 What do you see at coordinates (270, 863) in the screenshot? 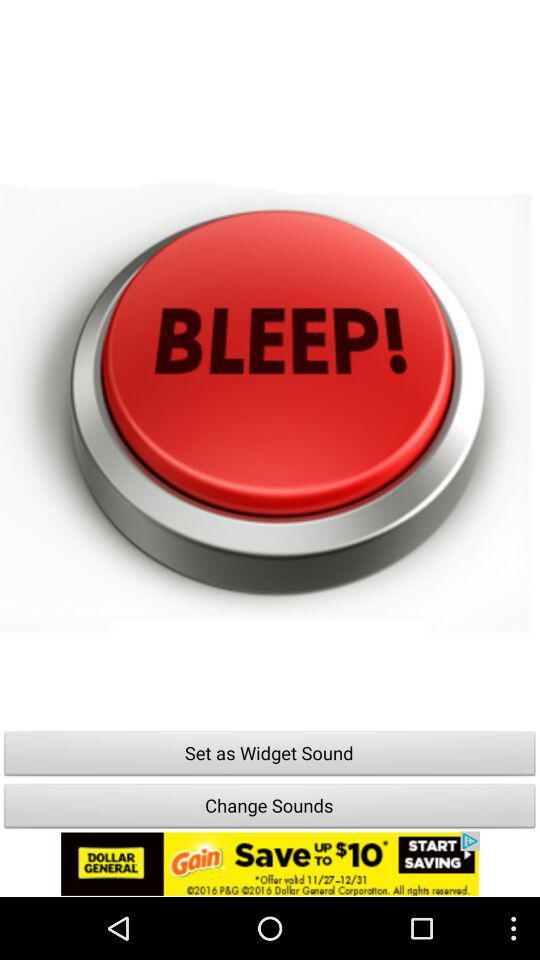
I see `icone` at bounding box center [270, 863].